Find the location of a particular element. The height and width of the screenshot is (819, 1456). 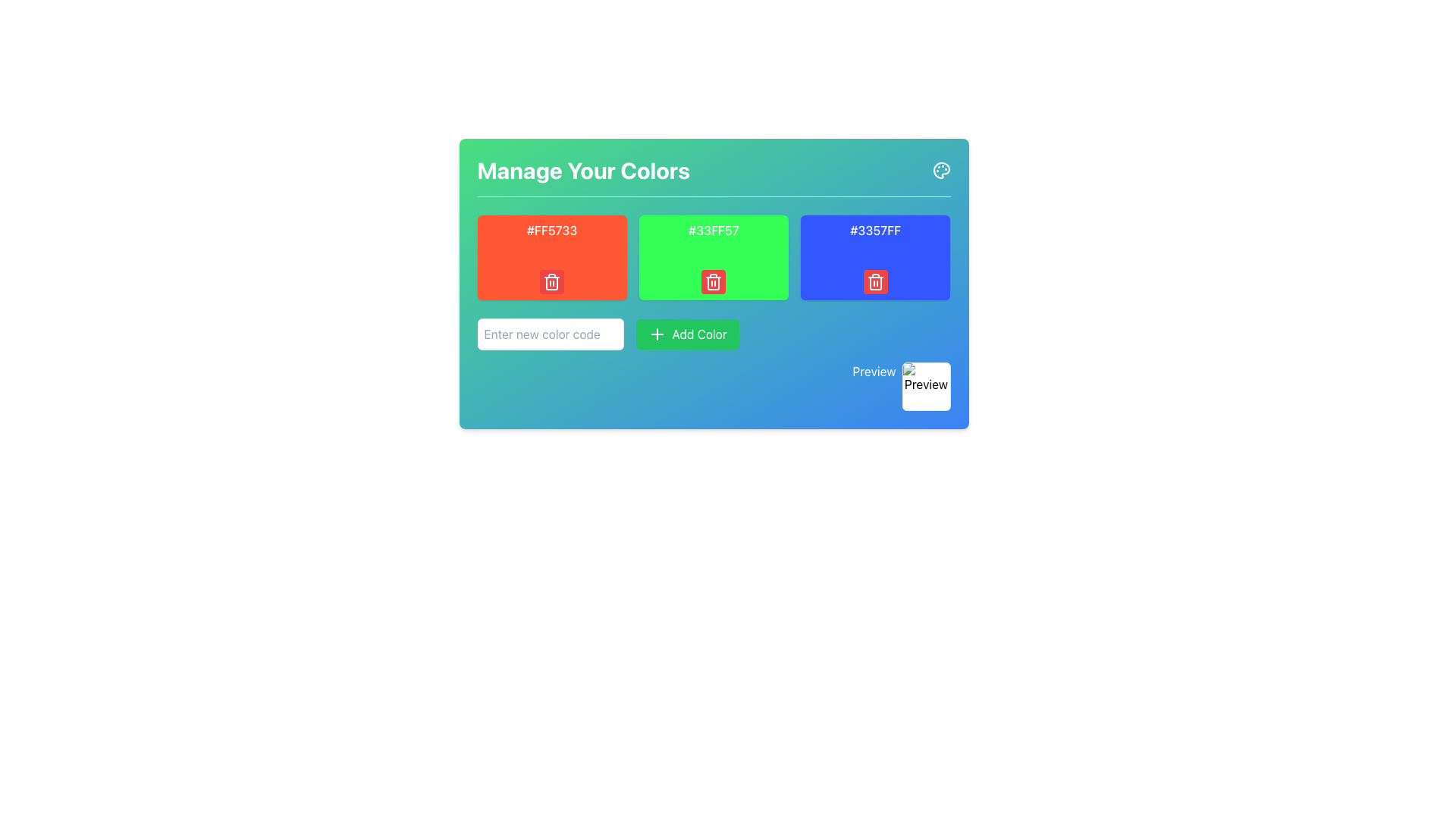

the trash can icon button, which is styled with red fill and white outlines, located inside the third box associated with the color code #3357FF, below the 'Manage Your Colors' heading is located at coordinates (875, 281).